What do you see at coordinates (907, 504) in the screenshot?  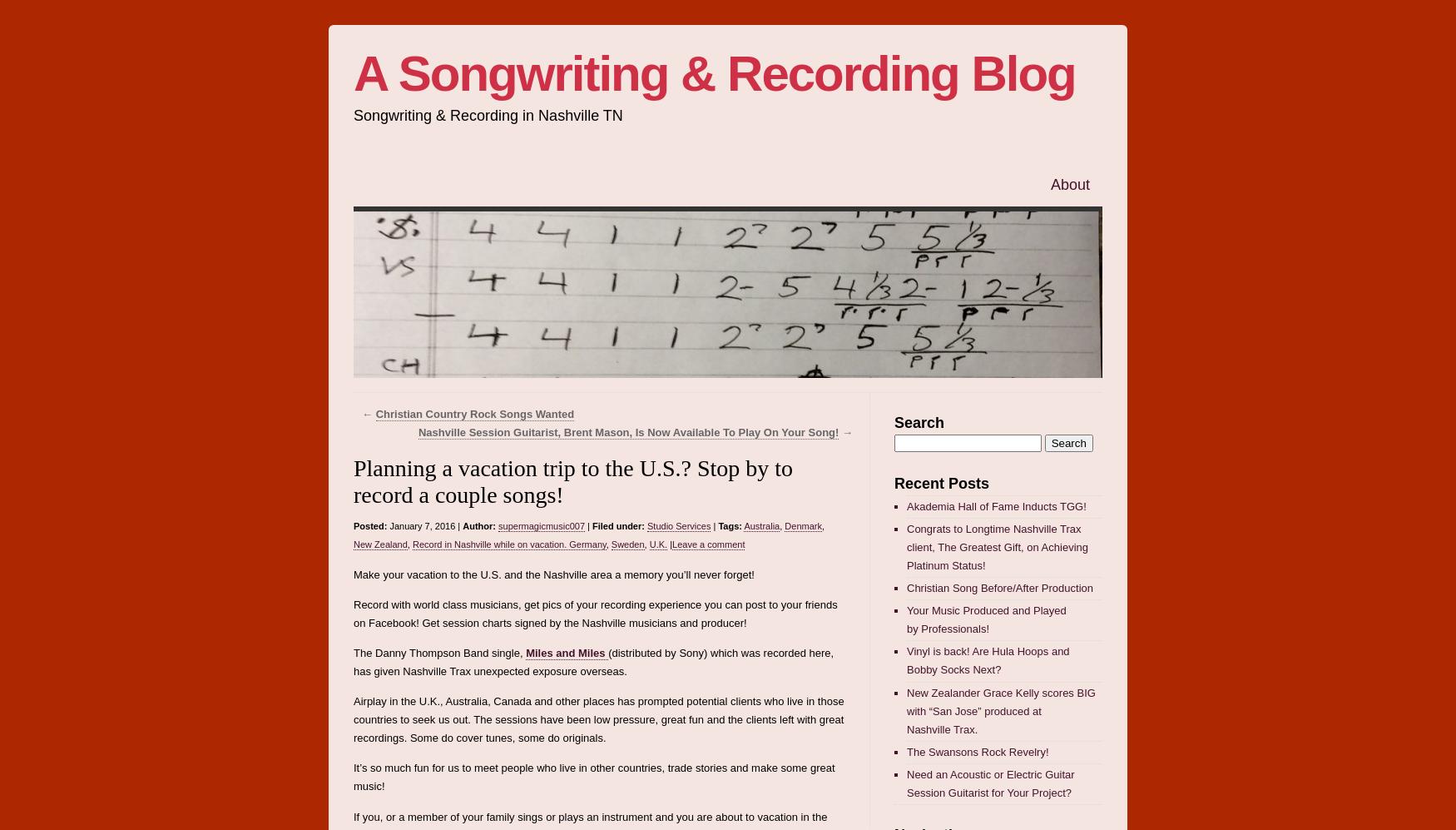 I see `'Akademia Hall of Fame Inducts TGG!'` at bounding box center [907, 504].